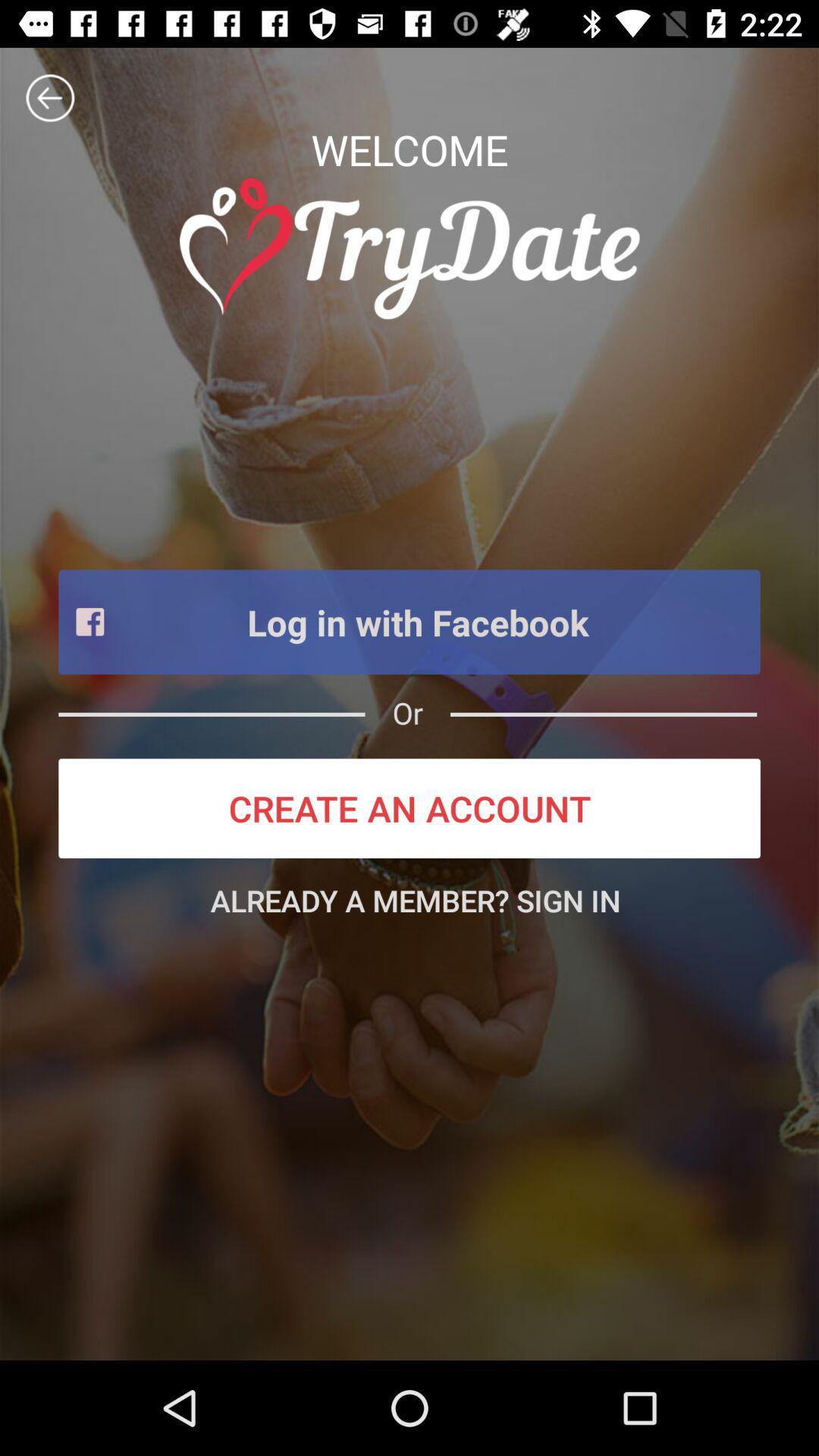  I want to click on the arrow_backward icon, so click(49, 97).